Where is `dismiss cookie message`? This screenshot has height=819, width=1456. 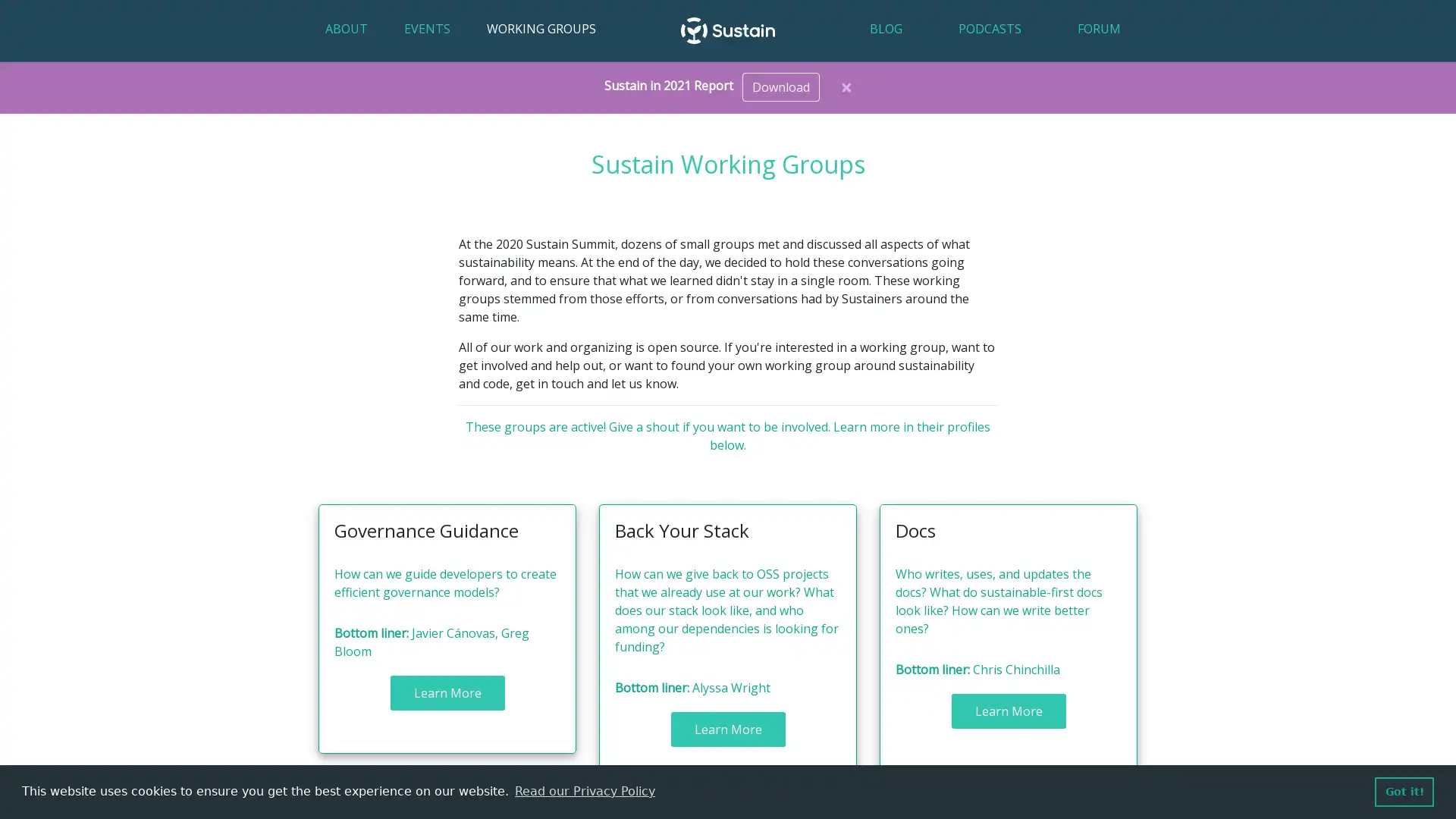
dismiss cookie message is located at coordinates (1404, 791).